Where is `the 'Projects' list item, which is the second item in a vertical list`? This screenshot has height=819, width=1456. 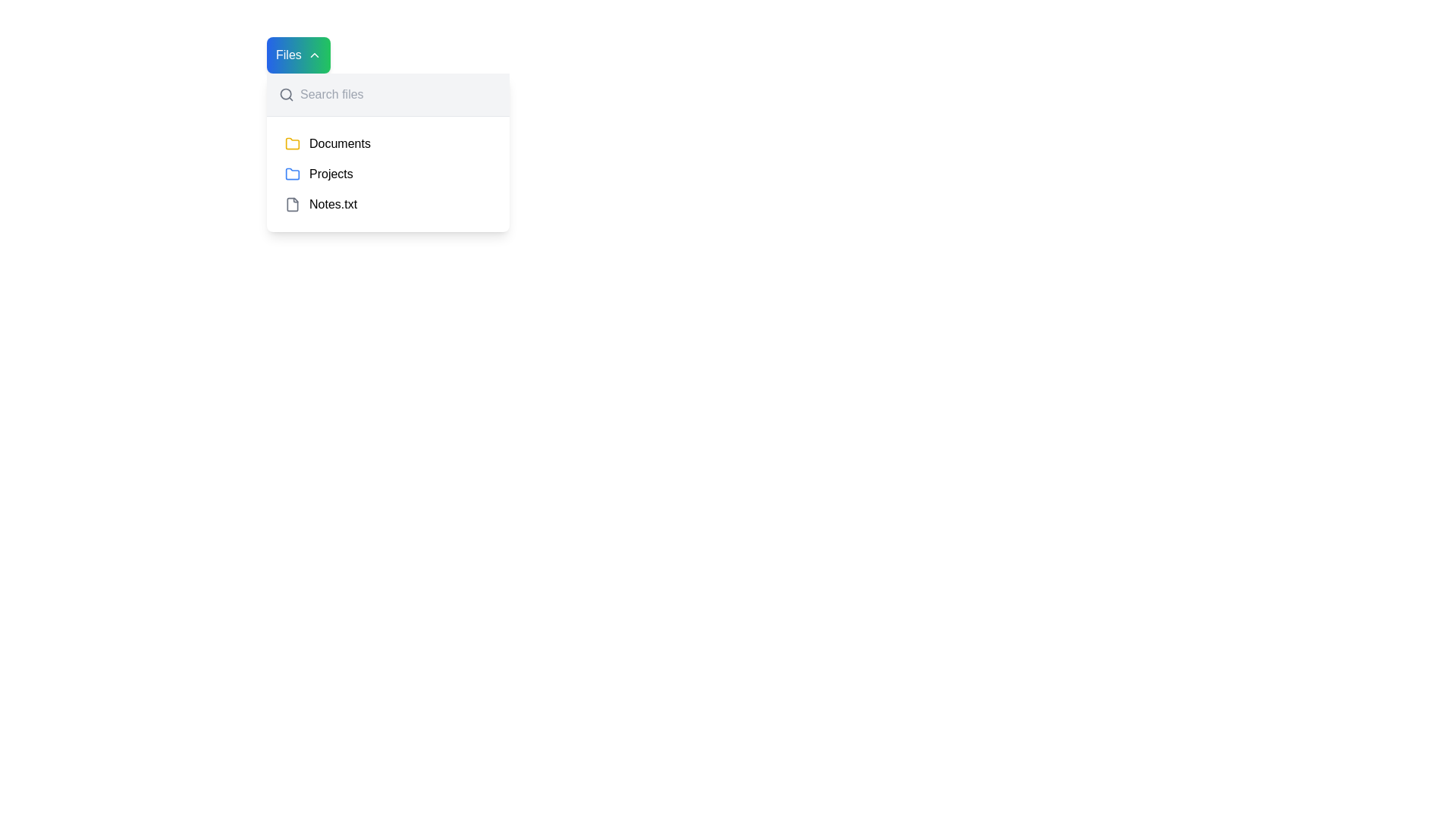
the 'Projects' list item, which is the second item in a vertical list is located at coordinates (388, 174).